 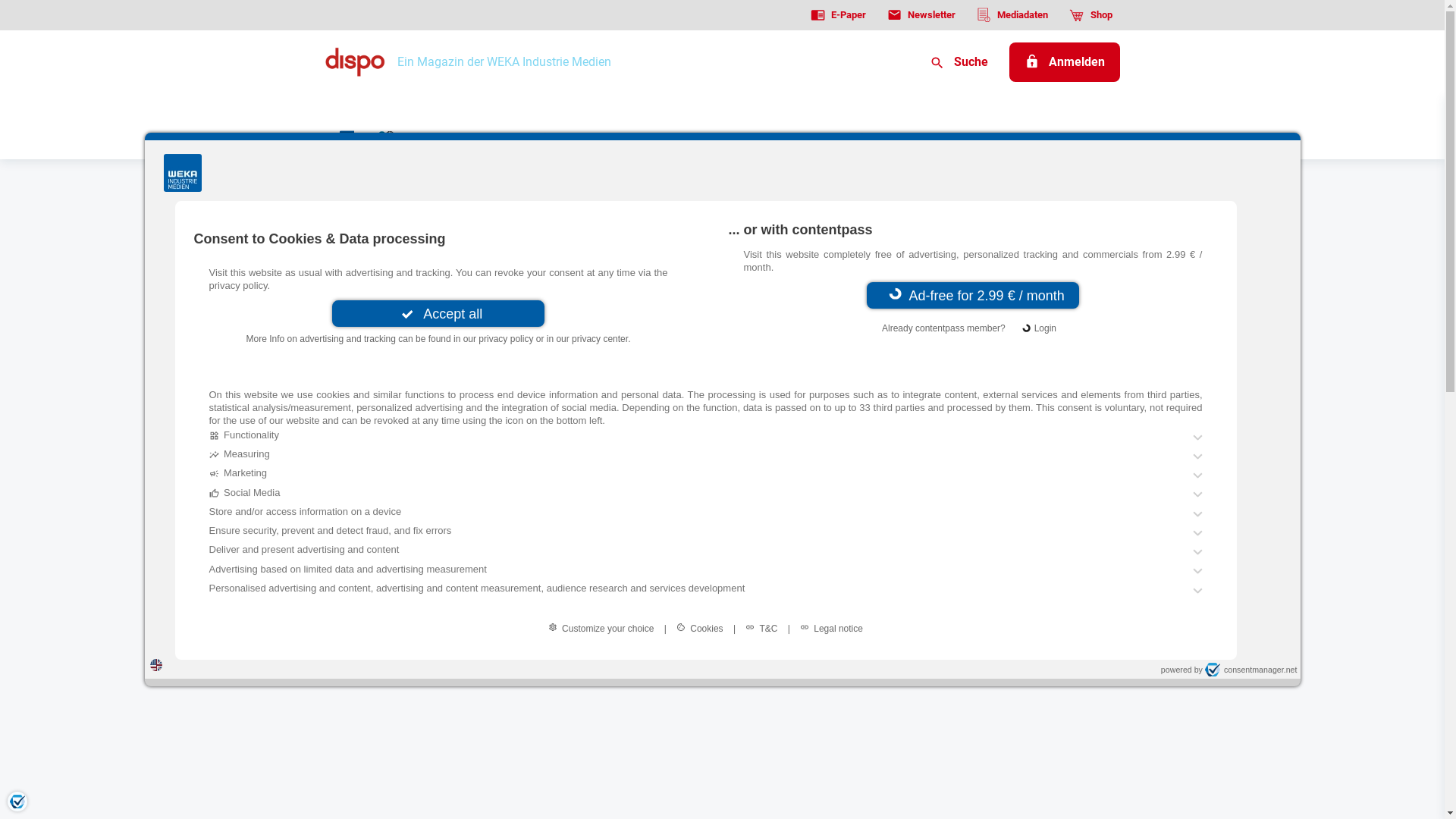 I want to click on 'E-Paper', so click(x=837, y=14).